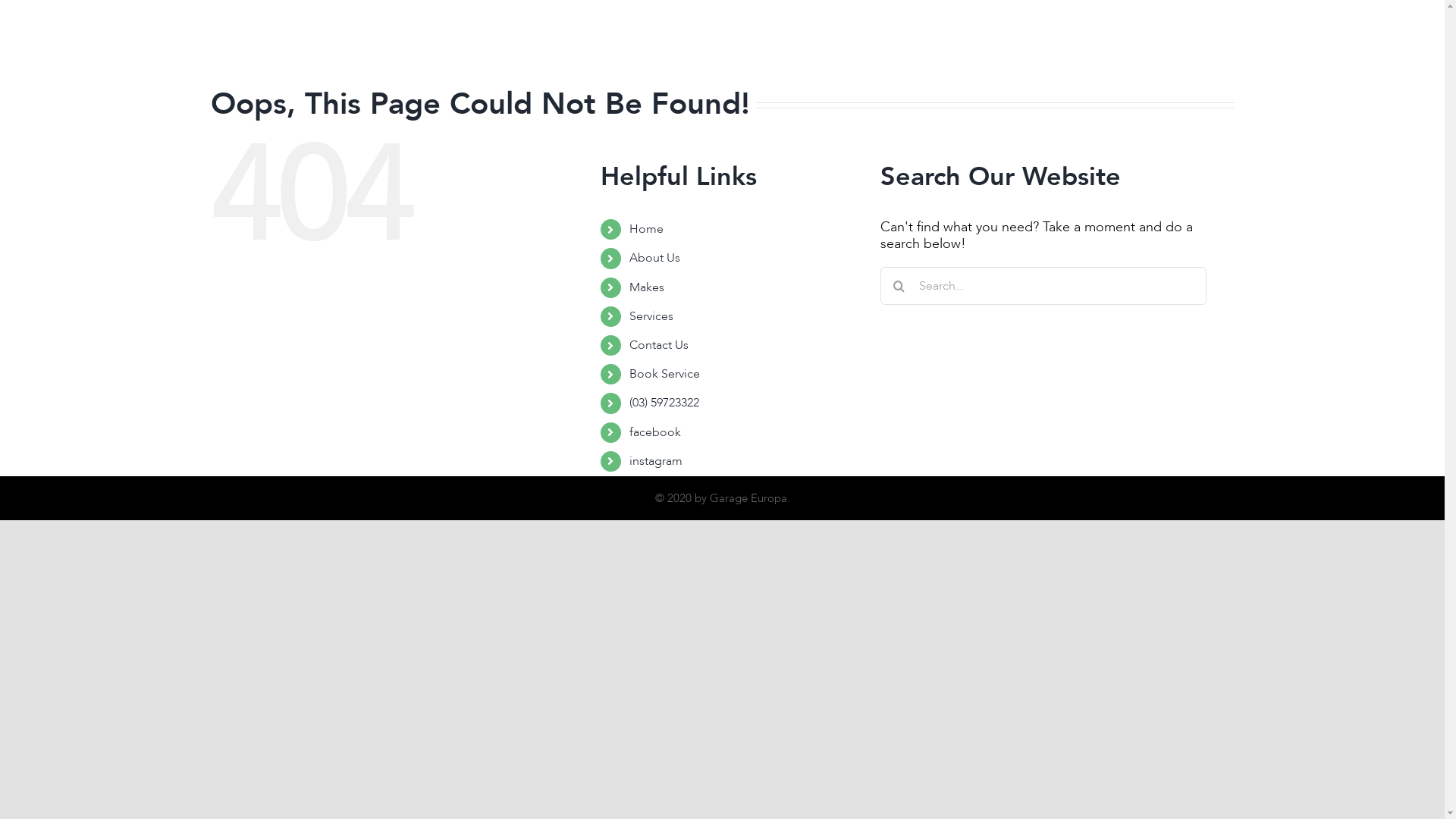 The height and width of the screenshot is (819, 1456). I want to click on 'Services', so click(796, 38).